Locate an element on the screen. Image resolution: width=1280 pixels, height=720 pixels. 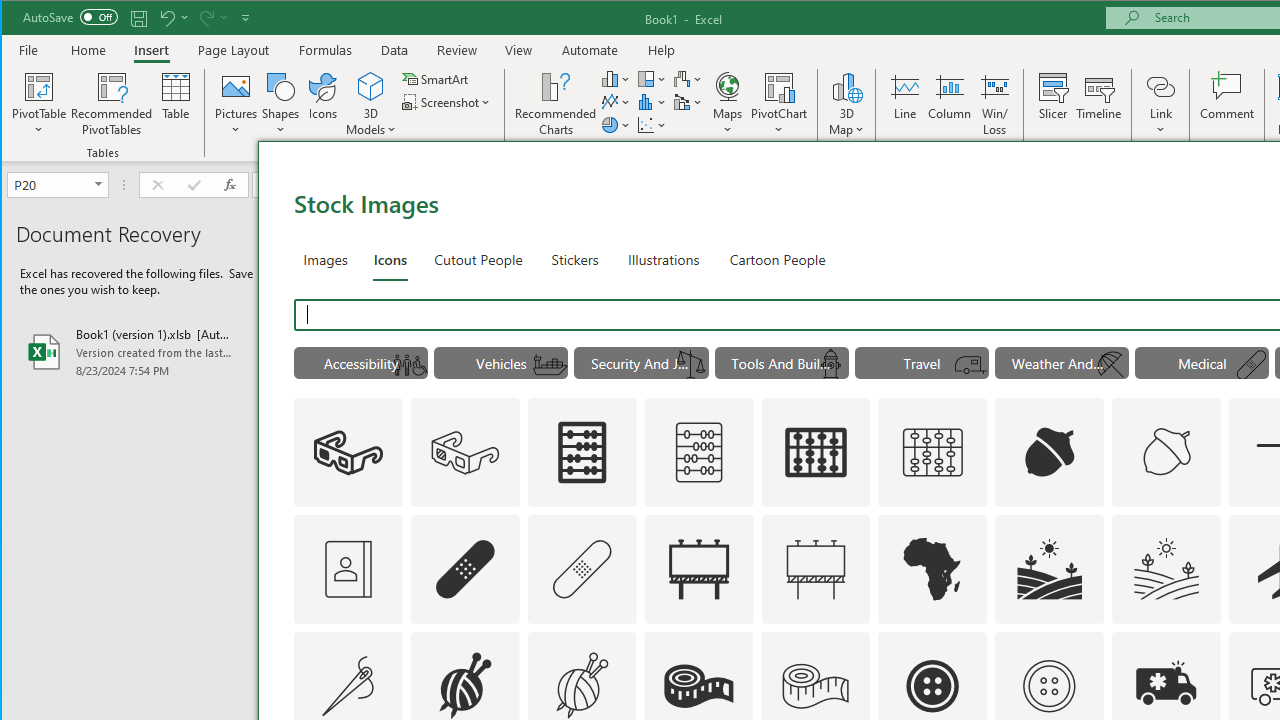
'Cutout People' is located at coordinates (477, 257).